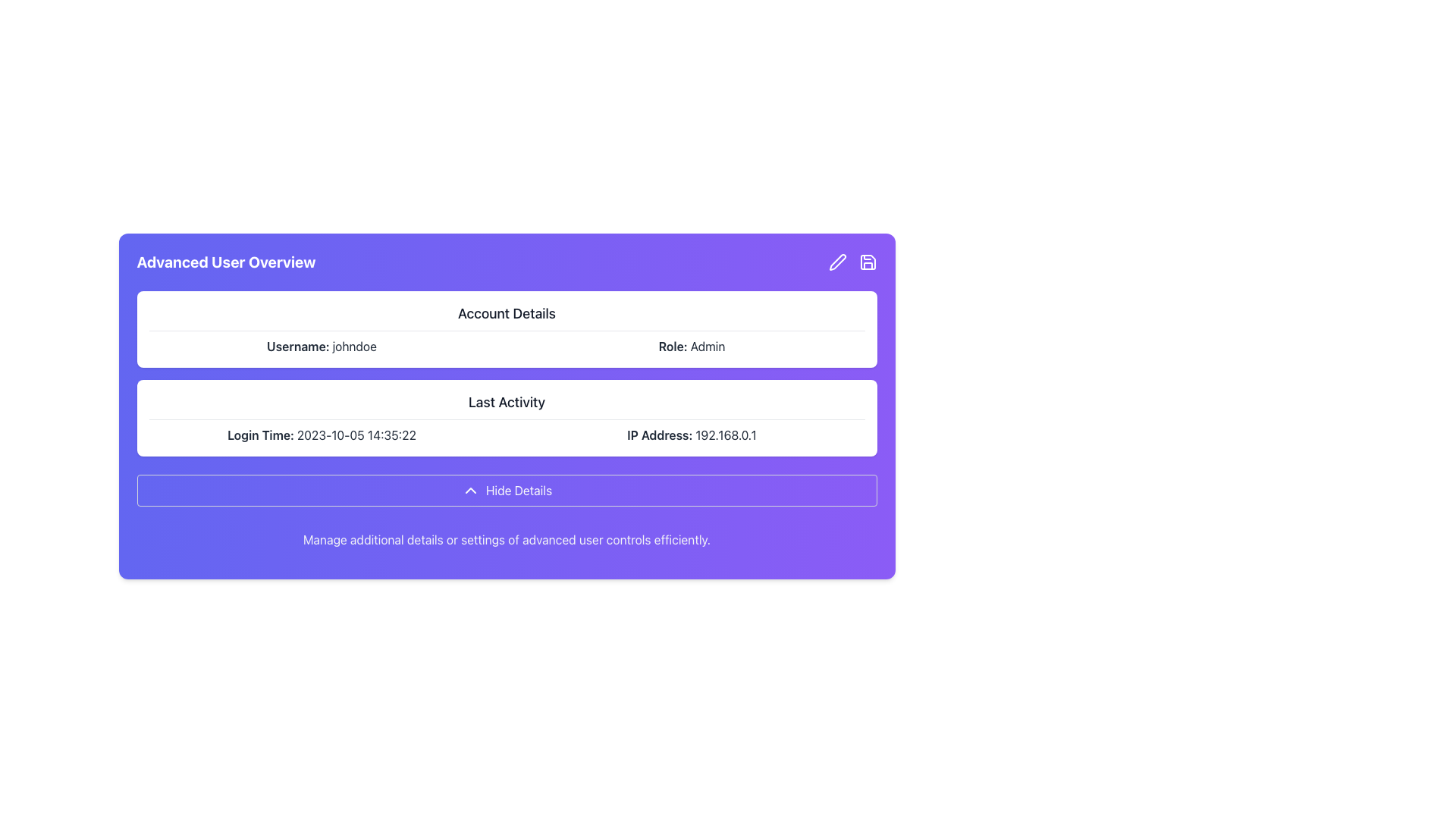  I want to click on text of the label indicating the user's role, which displays 'Admin' and is located under the 'Account Details' heading, so click(673, 346).